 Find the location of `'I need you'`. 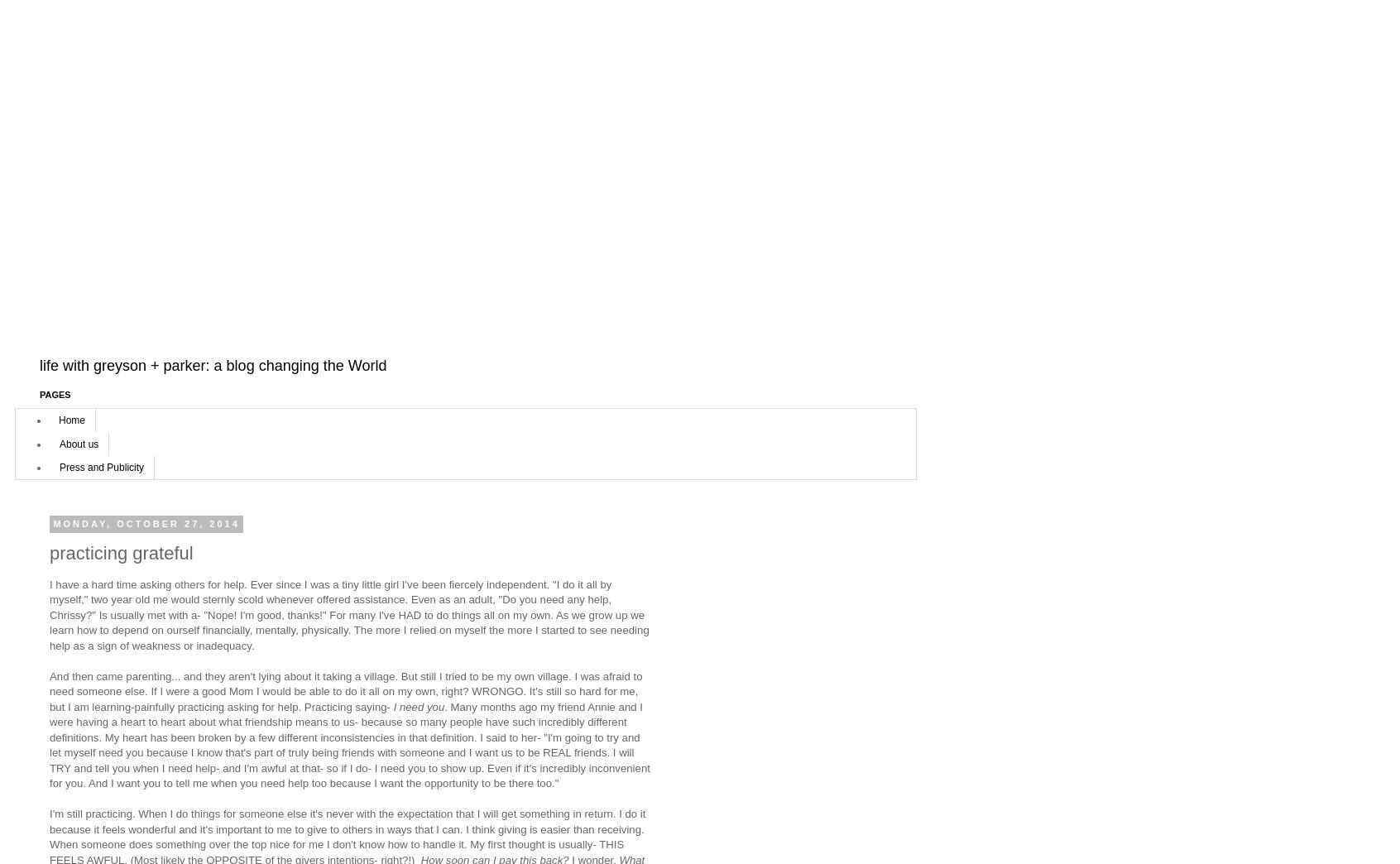

'I need you' is located at coordinates (391, 706).